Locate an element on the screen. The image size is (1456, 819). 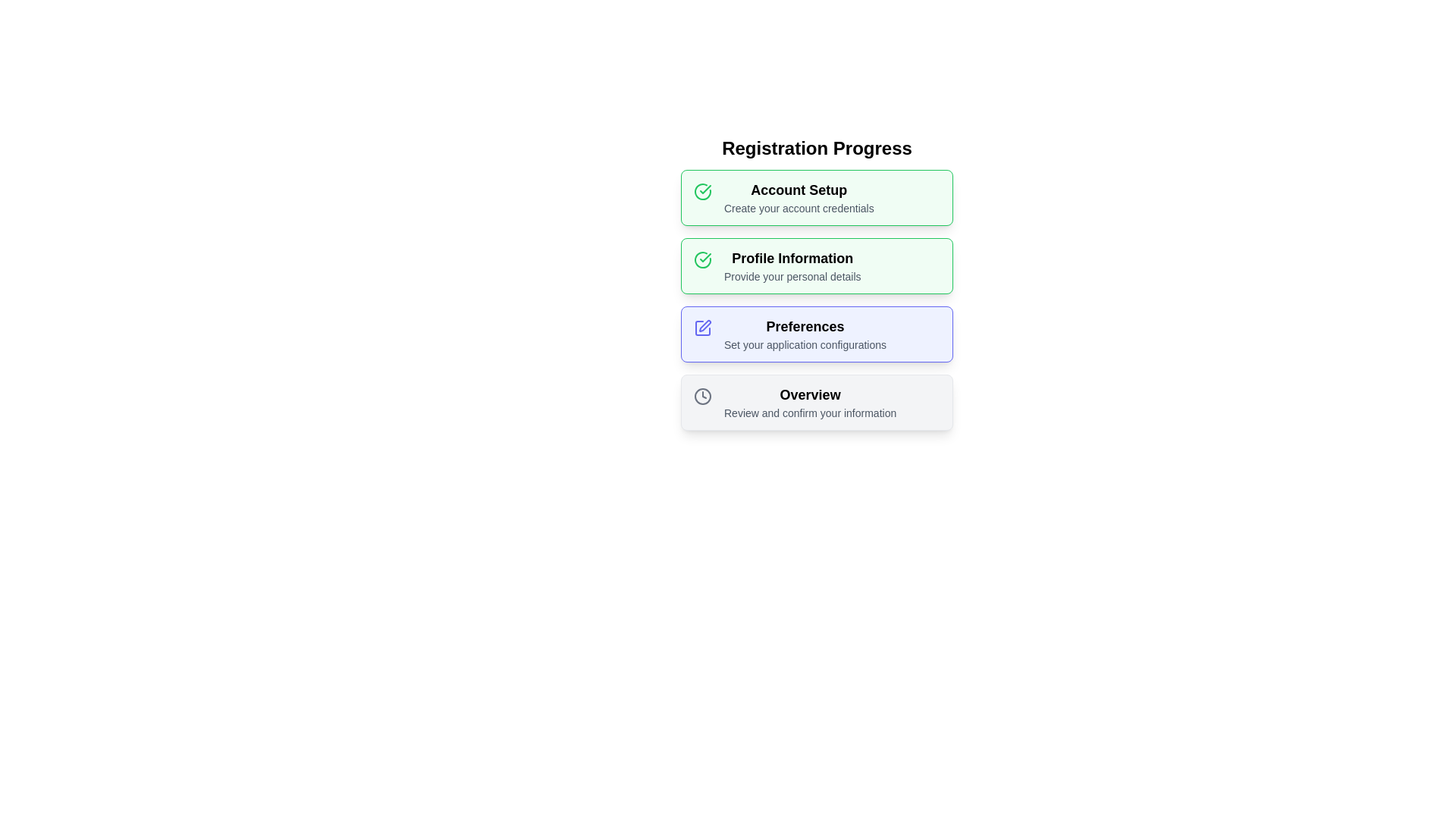
the pen icon button in a blue square outline located next to the 'Preferences' text is located at coordinates (701, 327).